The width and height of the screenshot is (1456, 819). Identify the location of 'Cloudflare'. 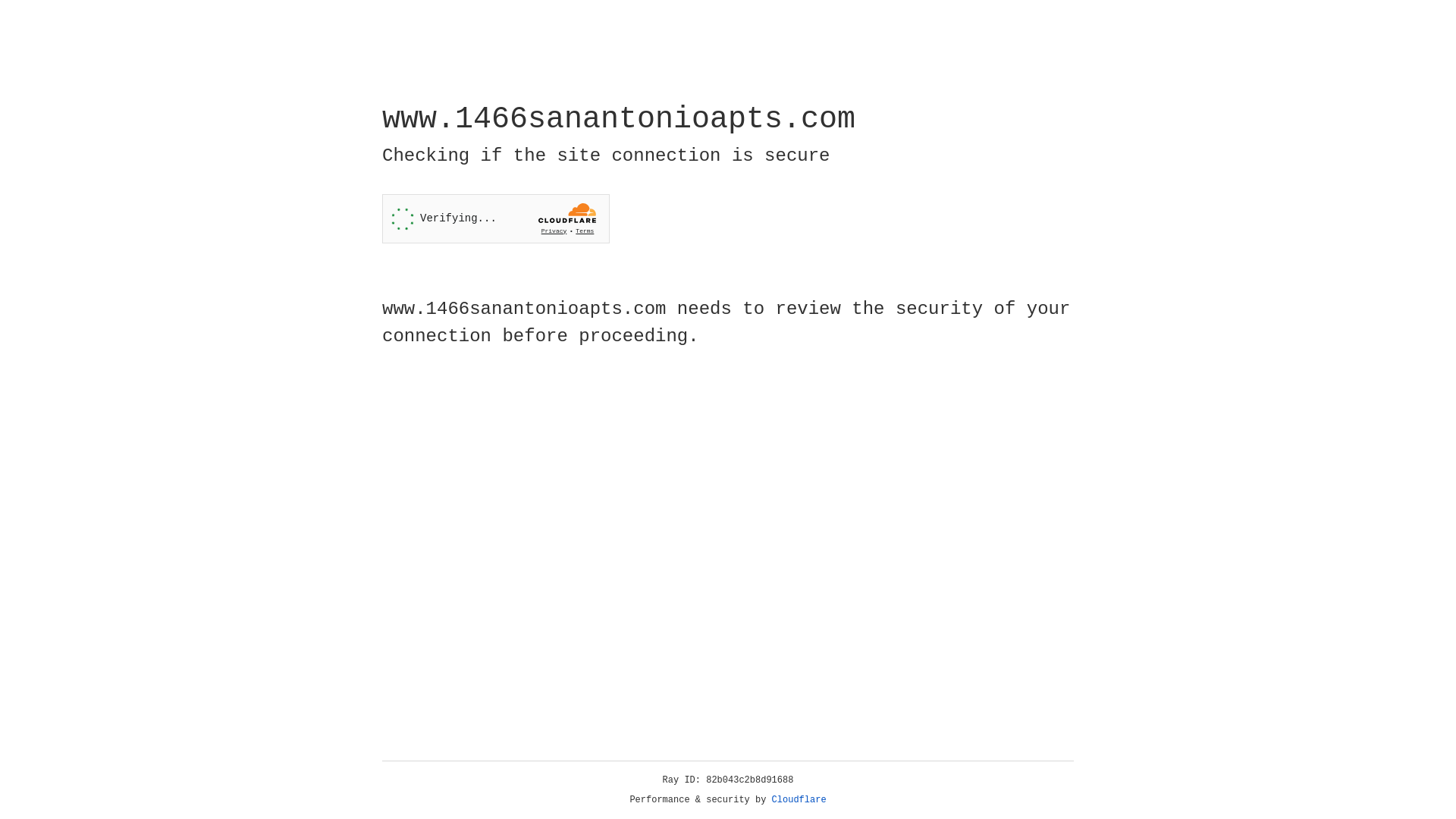
(771, 799).